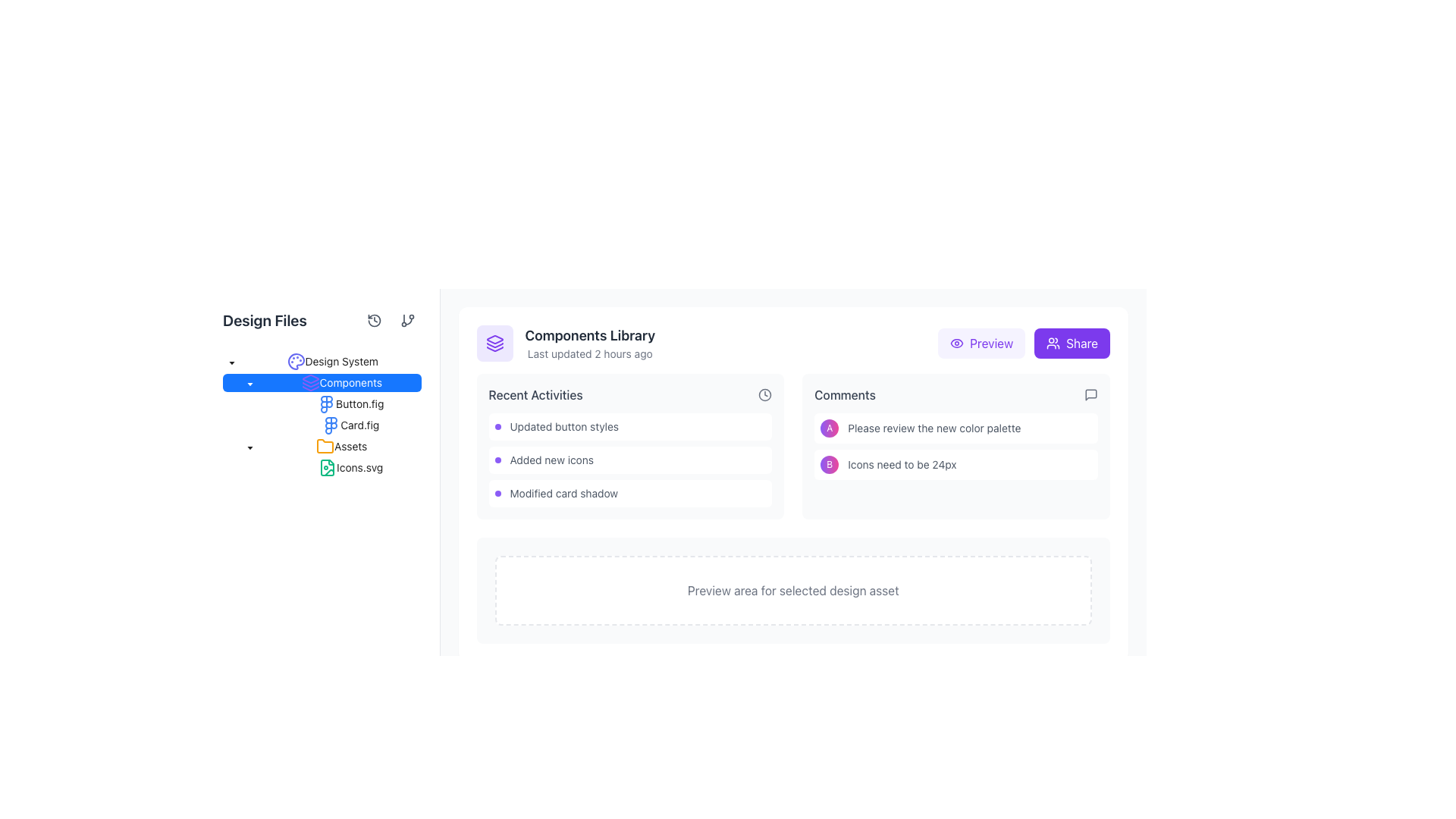 This screenshot has height=819, width=1456. I want to click on the 'Button.fig' file entry located in the 'Components' folder of the sidebar, so click(350, 403).